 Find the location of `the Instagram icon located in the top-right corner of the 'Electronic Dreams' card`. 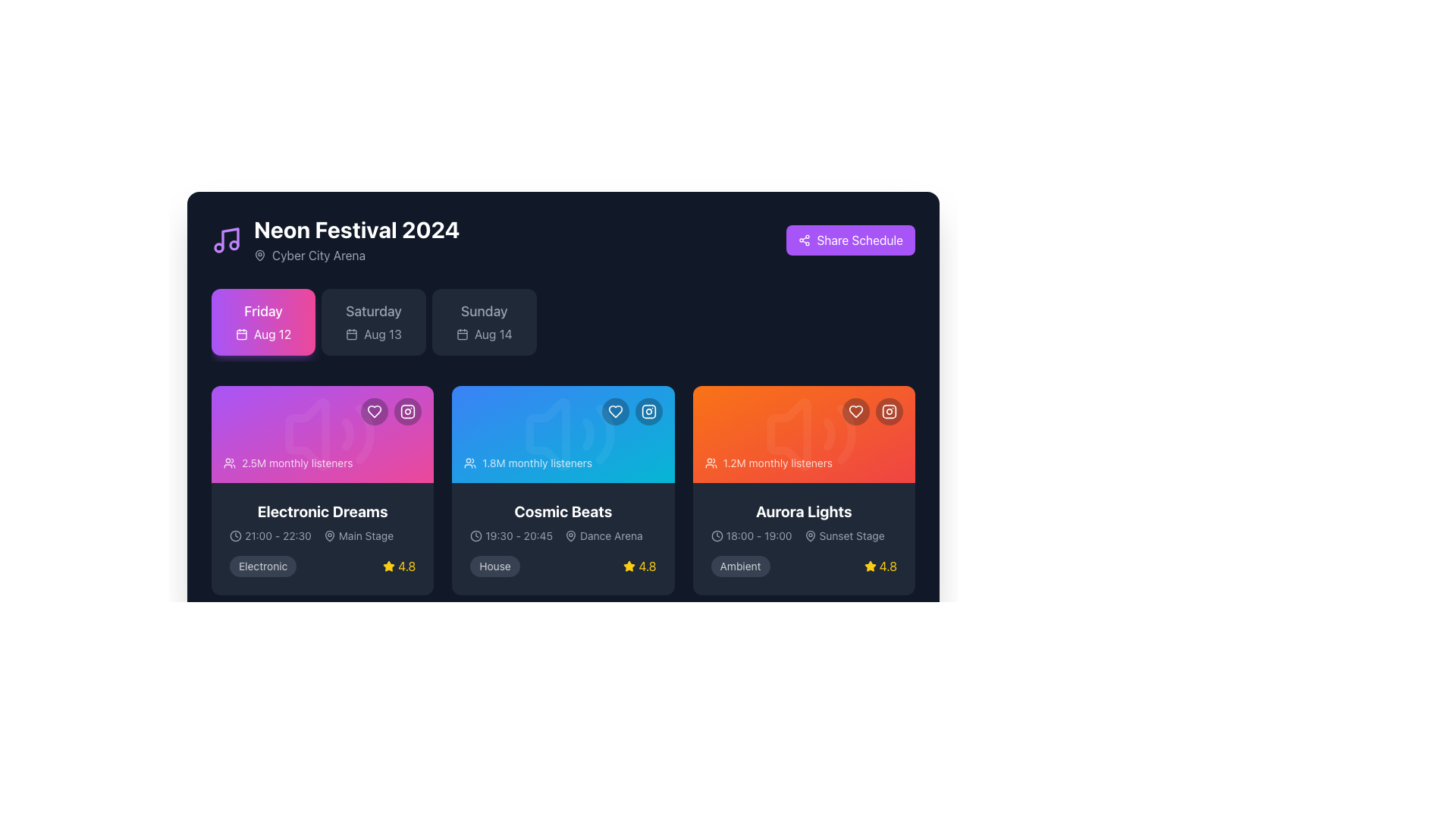

the Instagram icon located in the top-right corner of the 'Electronic Dreams' card is located at coordinates (408, 412).